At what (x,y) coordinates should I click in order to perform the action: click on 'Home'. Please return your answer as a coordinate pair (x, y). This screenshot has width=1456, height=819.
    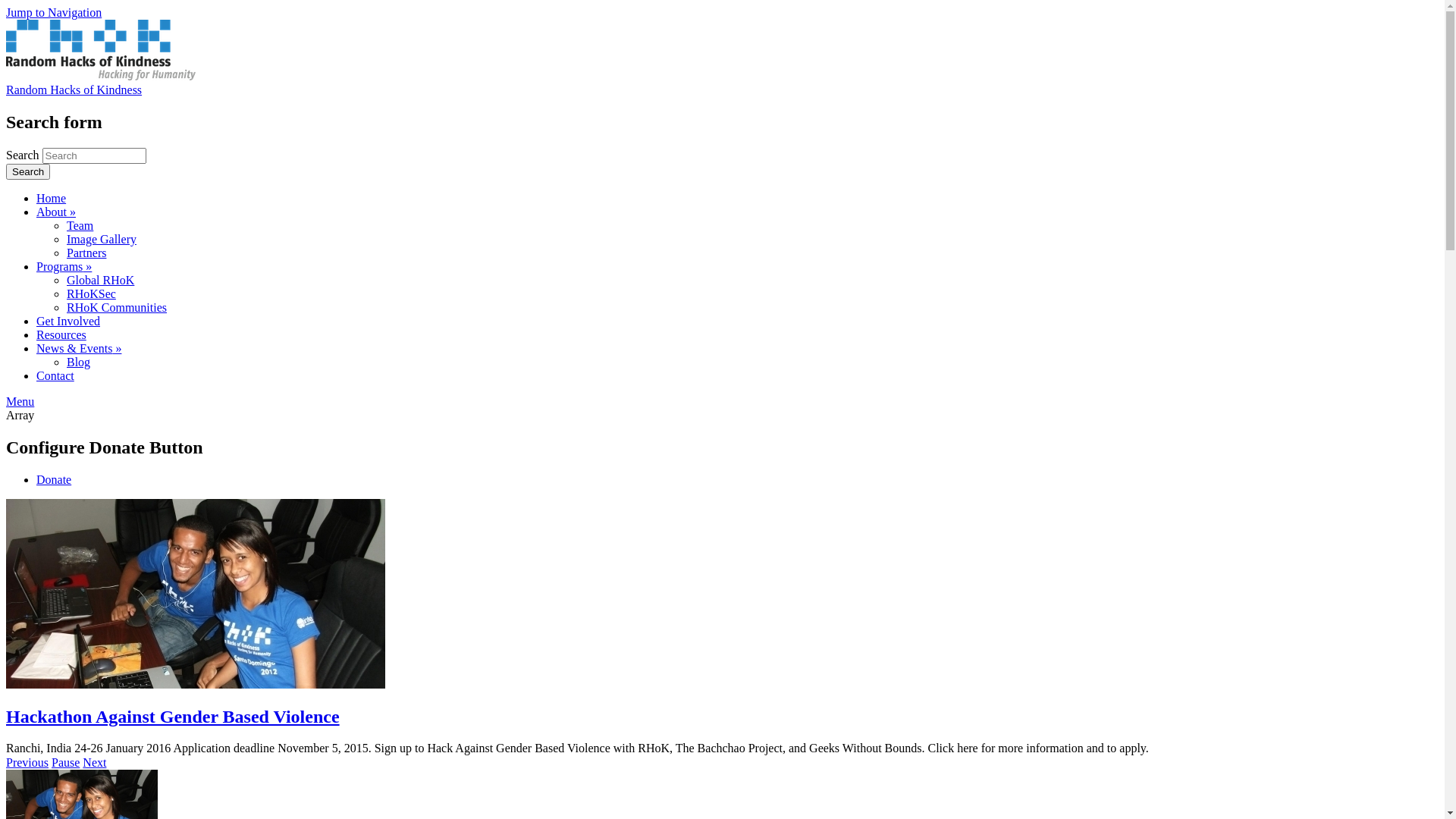
    Looking at the image, I should click on (100, 76).